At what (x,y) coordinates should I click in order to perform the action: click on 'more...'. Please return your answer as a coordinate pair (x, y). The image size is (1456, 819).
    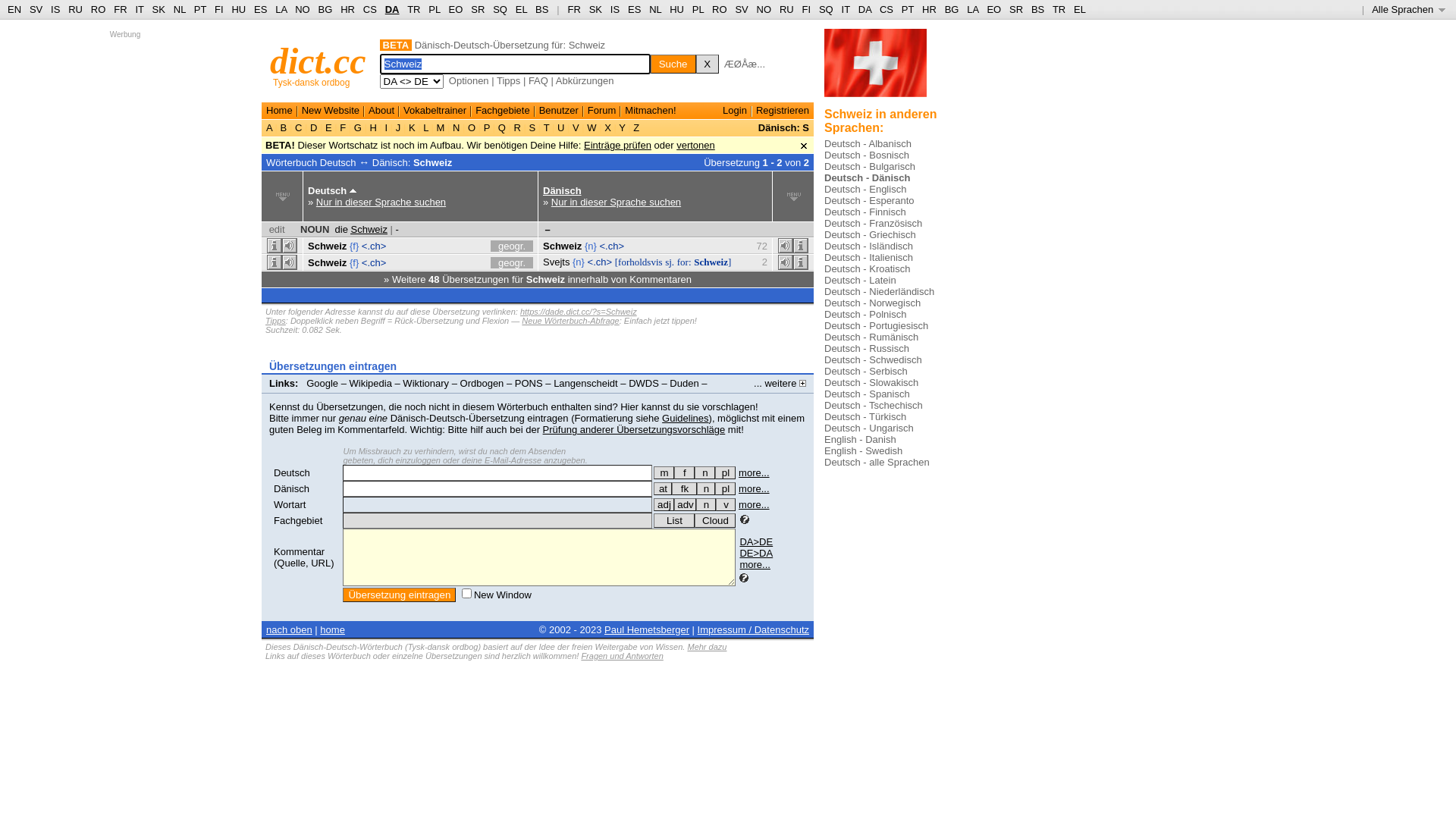
    Looking at the image, I should click on (753, 488).